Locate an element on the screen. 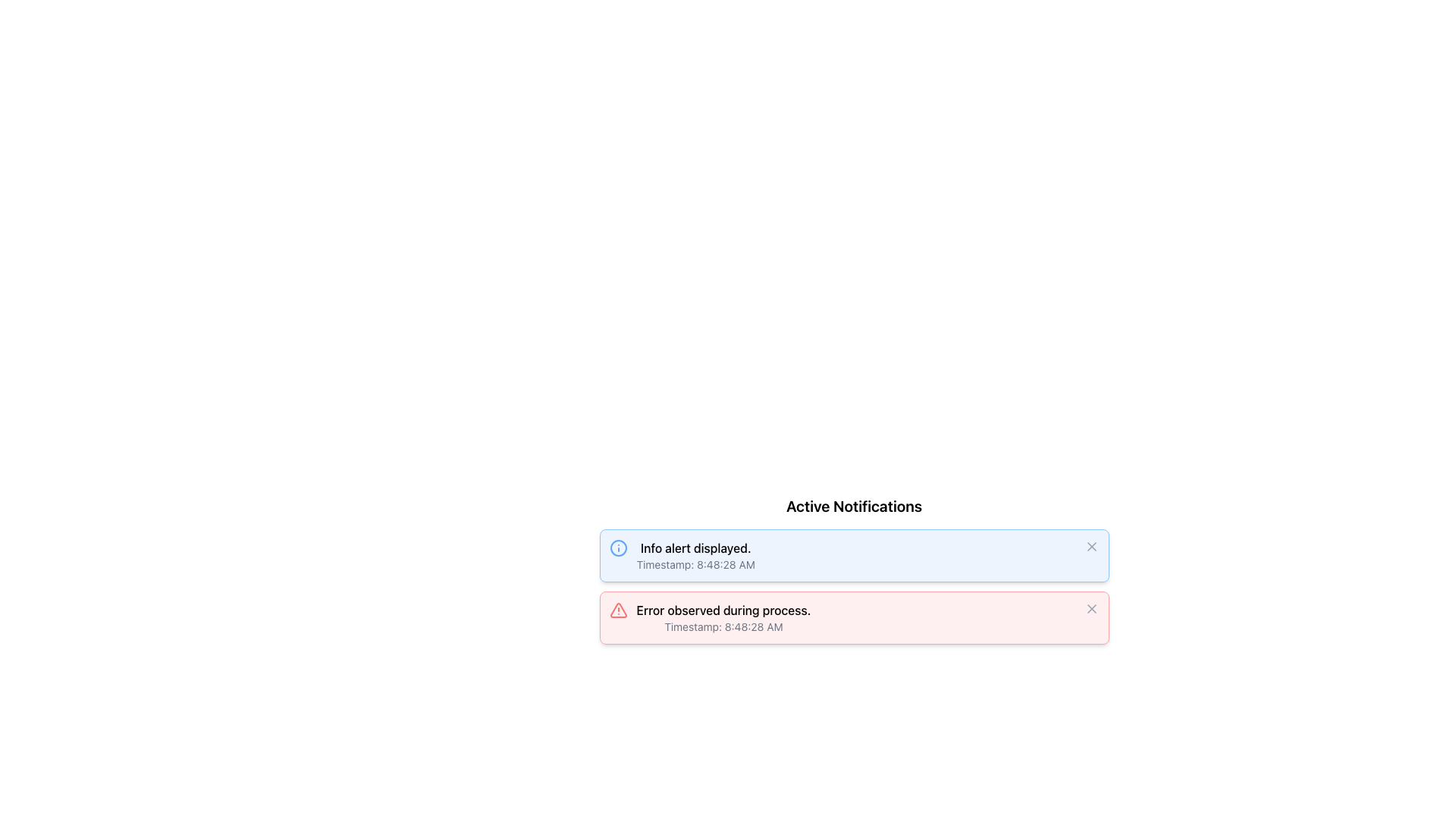 The width and height of the screenshot is (1456, 819). the text within the second notification card that describes the error event, specifically the message 'Error observed during process' and its timestamp '8:48:28 AM' is located at coordinates (723, 617).